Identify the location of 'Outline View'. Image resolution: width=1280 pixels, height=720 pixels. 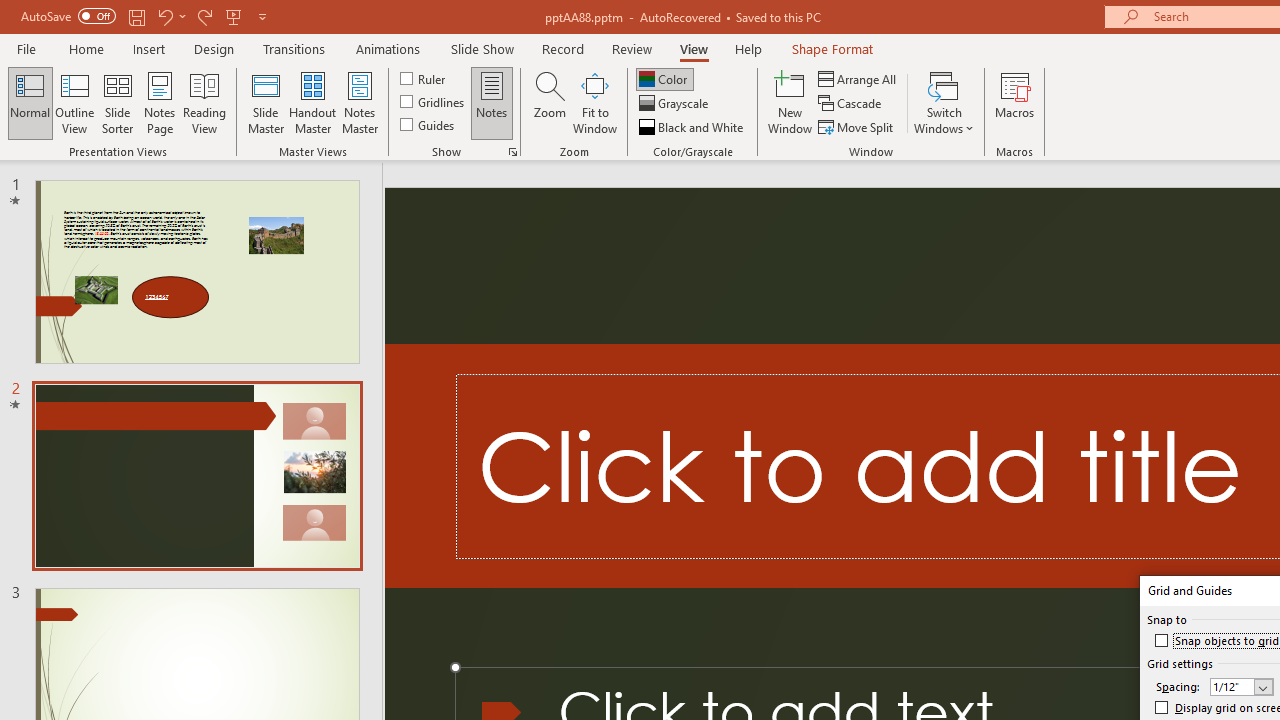
(74, 103).